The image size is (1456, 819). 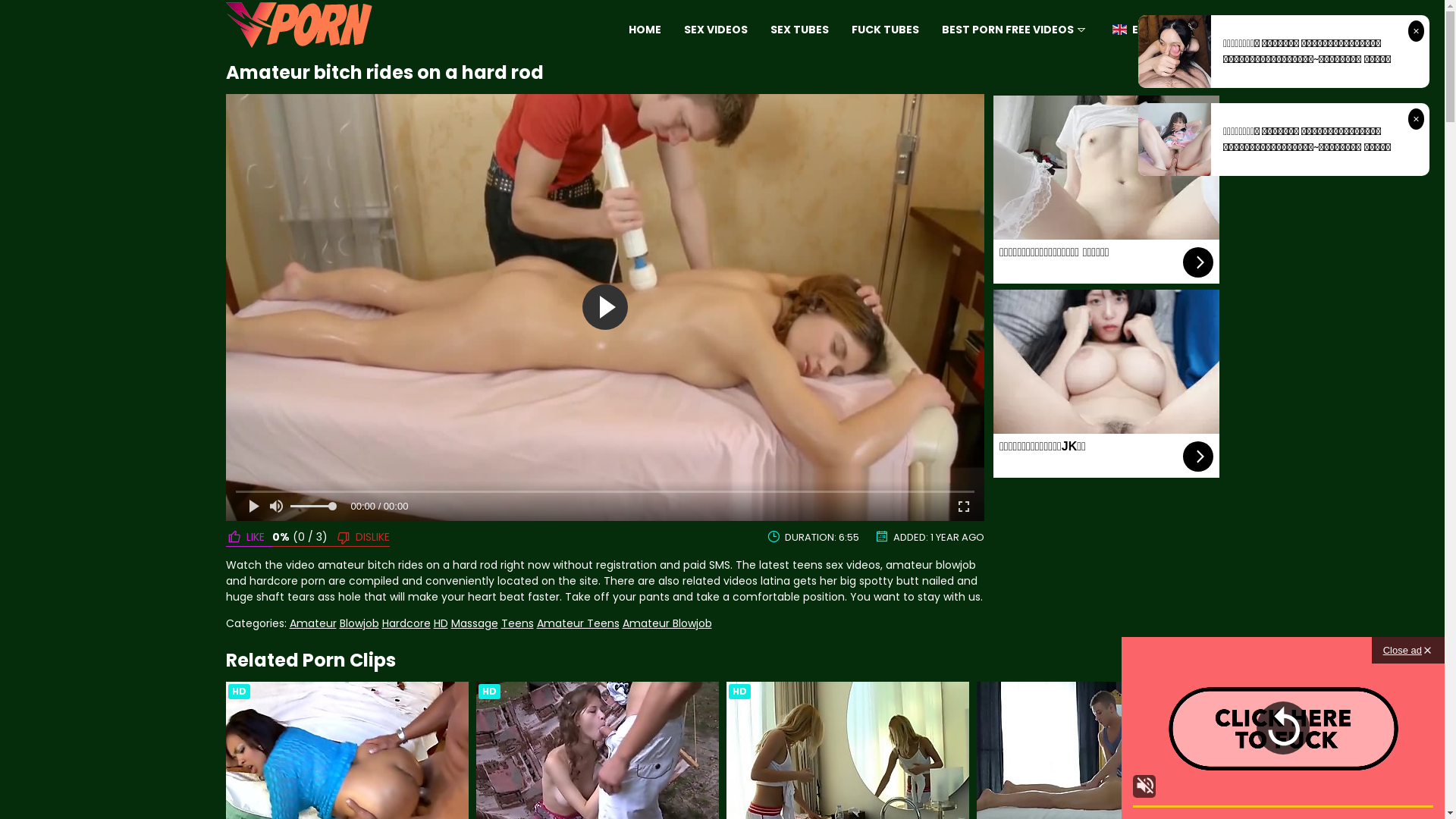 I want to click on 'DISLIKE', so click(x=327, y=536).